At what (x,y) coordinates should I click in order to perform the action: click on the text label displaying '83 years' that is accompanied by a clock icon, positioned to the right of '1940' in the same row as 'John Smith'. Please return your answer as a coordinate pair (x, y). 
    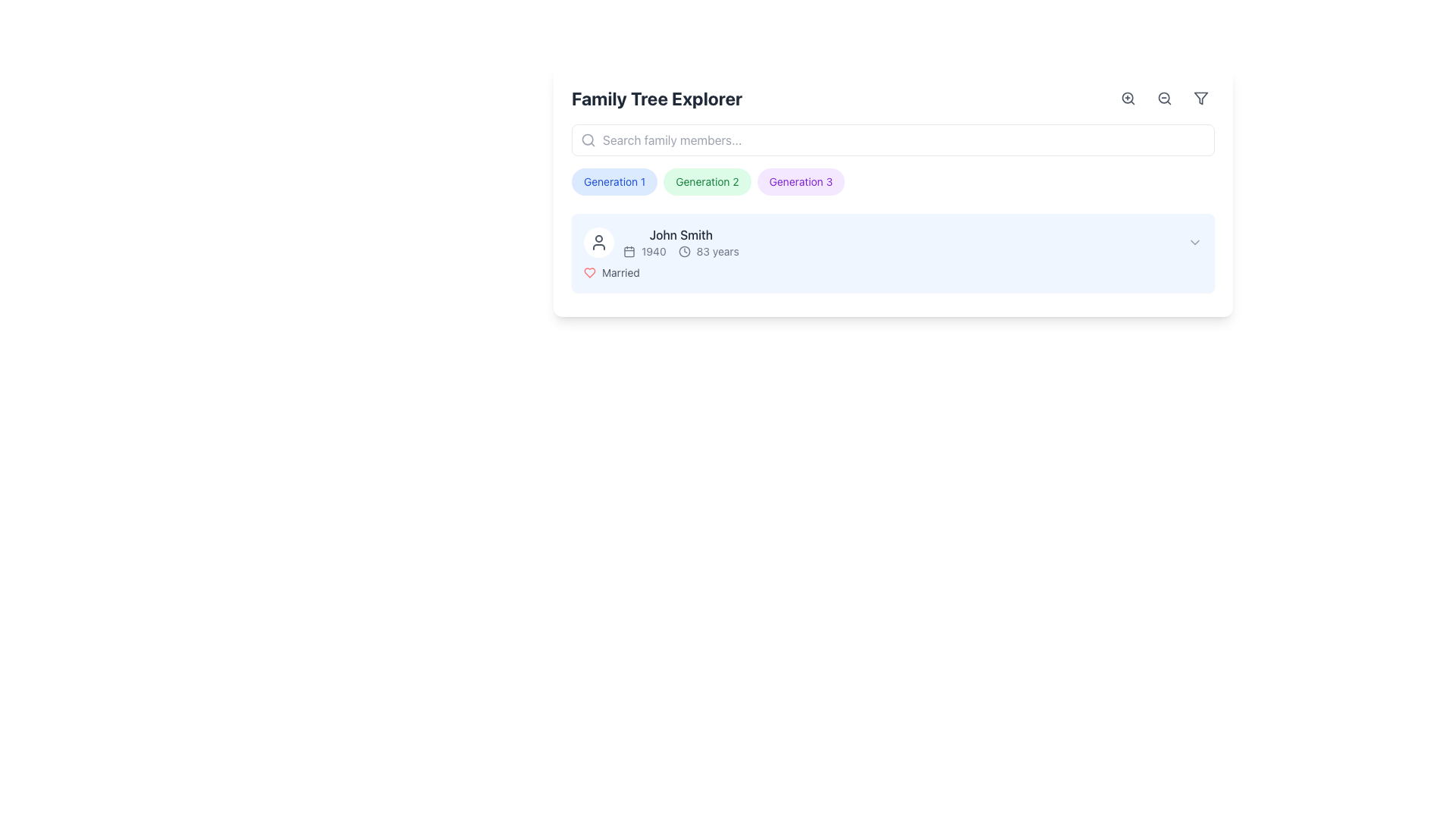
    Looking at the image, I should click on (680, 250).